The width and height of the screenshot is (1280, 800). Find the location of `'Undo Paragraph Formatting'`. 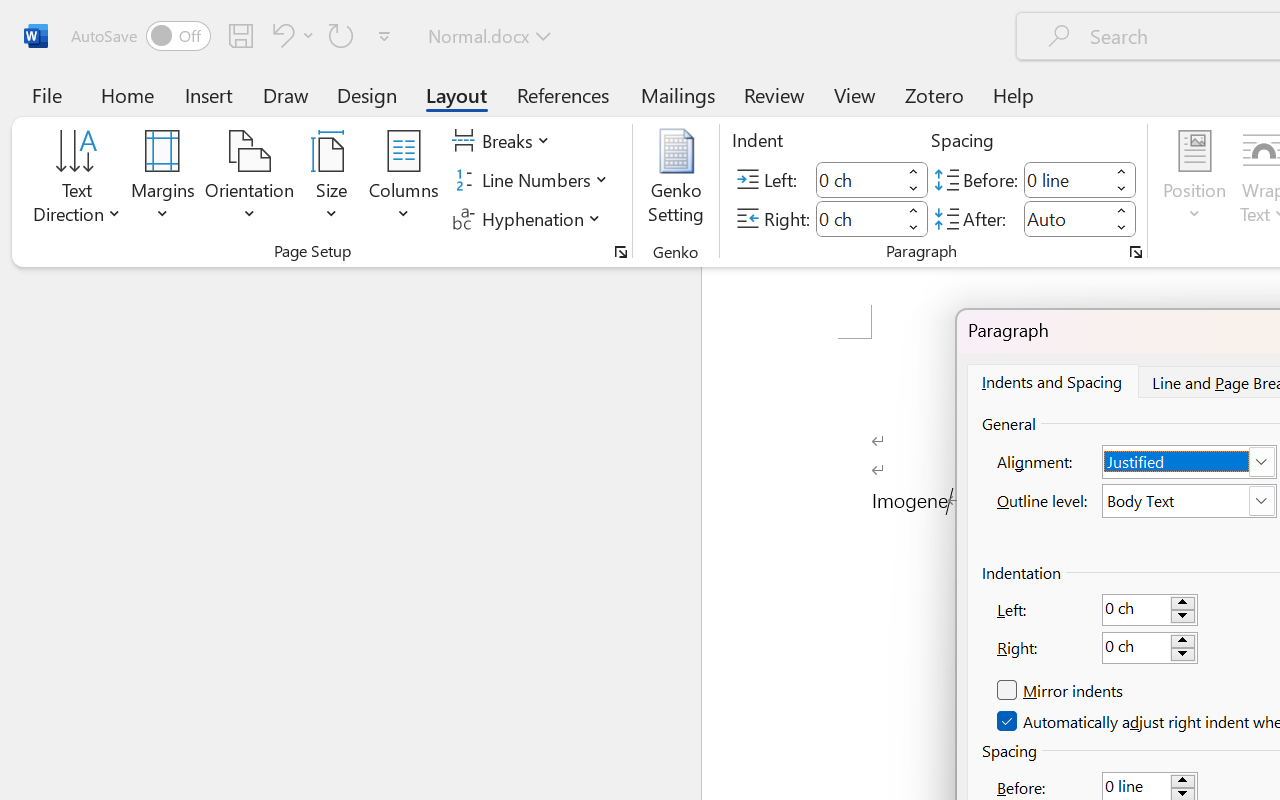

'Undo Paragraph Formatting' is located at coordinates (279, 34).